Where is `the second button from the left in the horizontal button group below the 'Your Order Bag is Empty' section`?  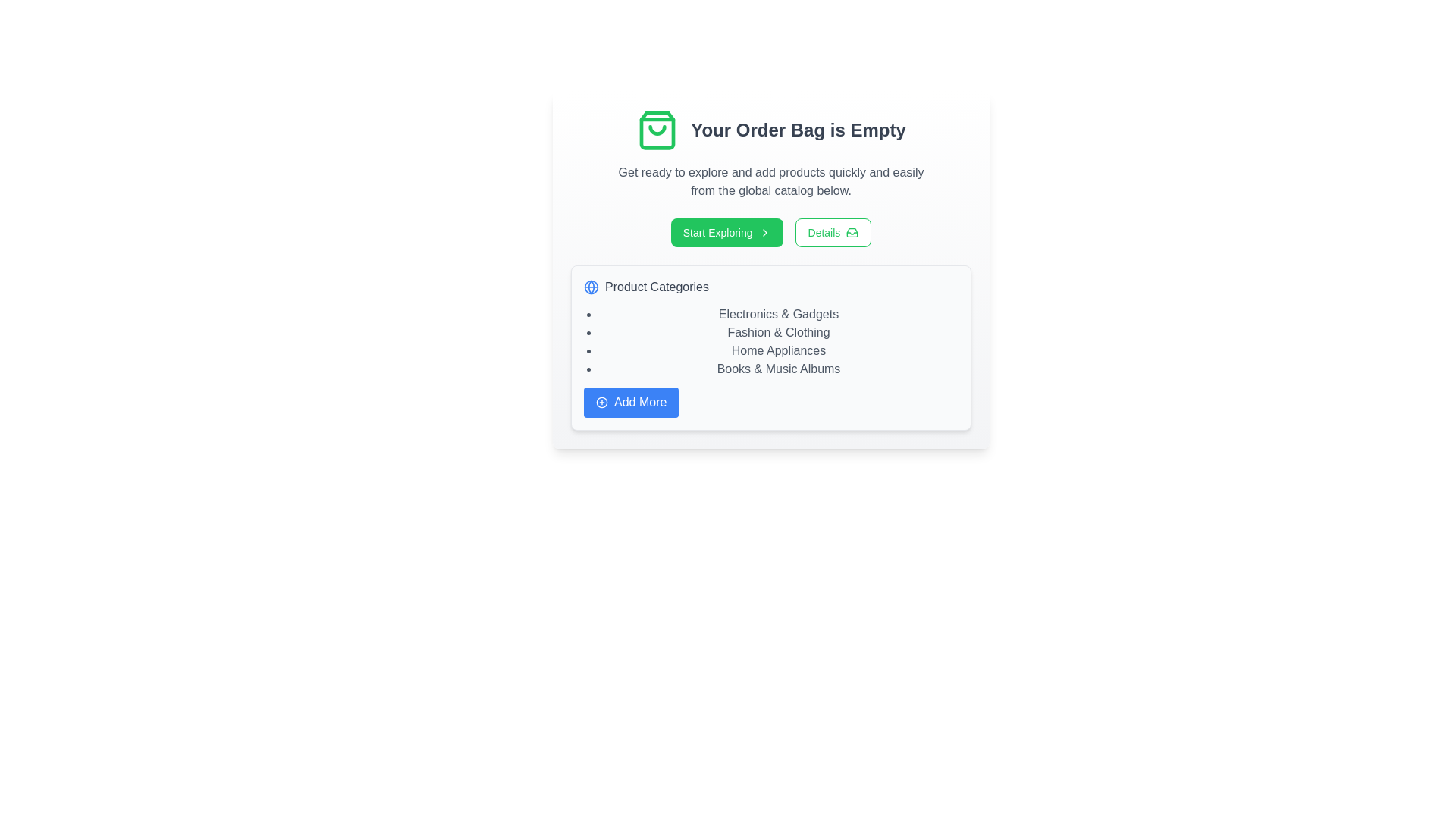
the second button from the left in the horizontal button group below the 'Your Order Bag is Empty' section is located at coordinates (832, 233).